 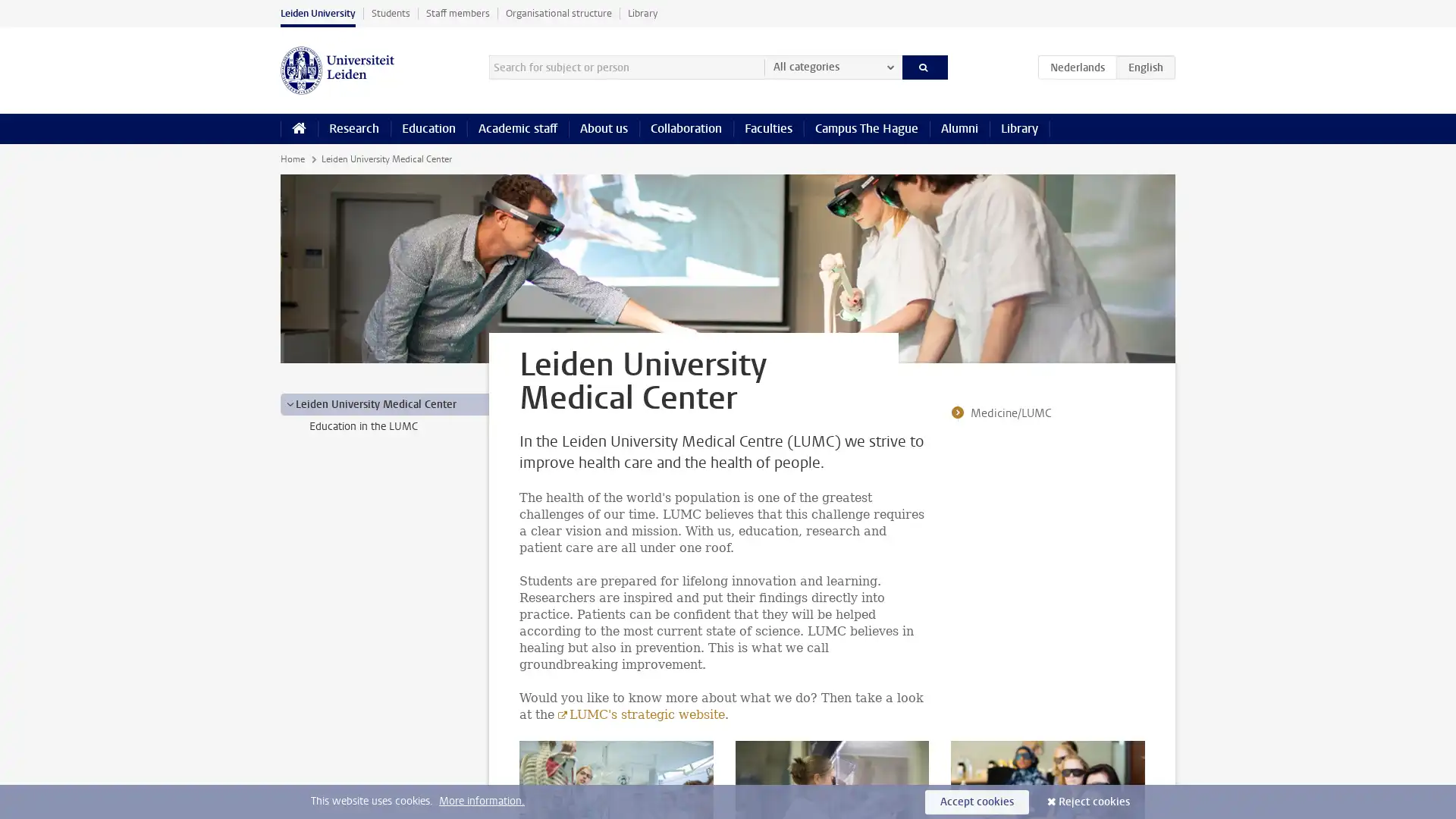 What do you see at coordinates (832, 66) in the screenshot?
I see `All categories` at bounding box center [832, 66].